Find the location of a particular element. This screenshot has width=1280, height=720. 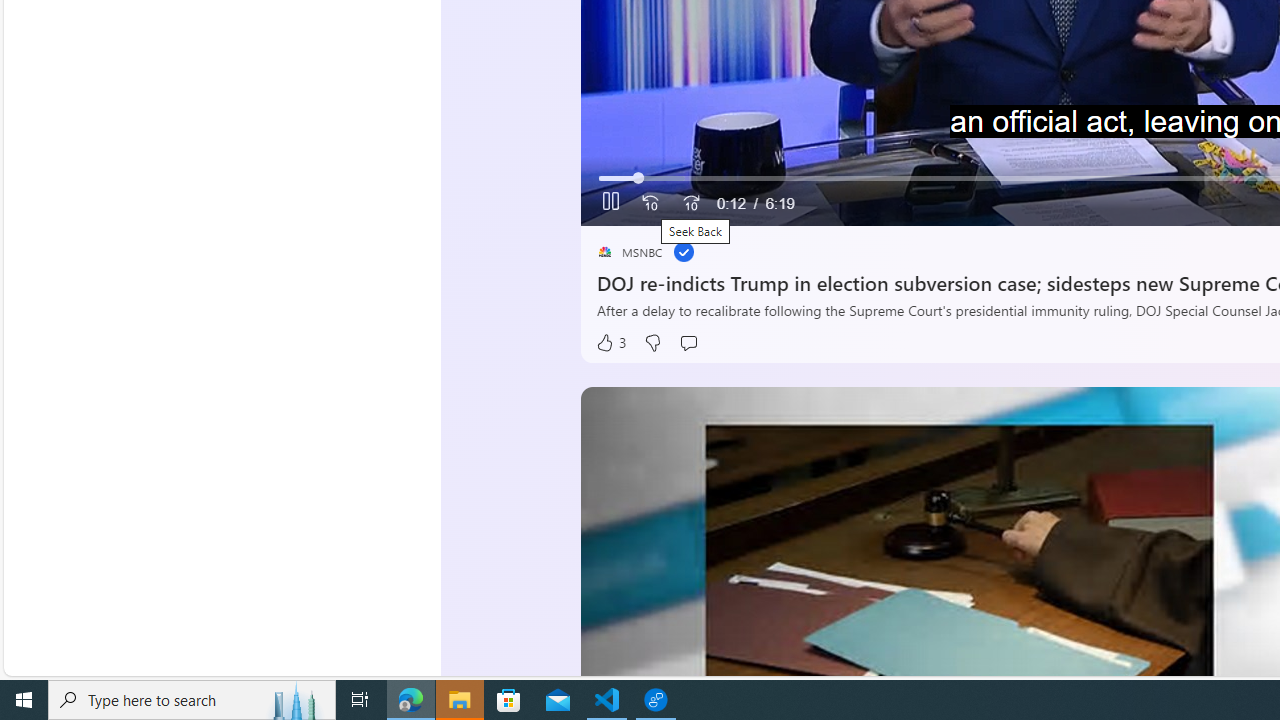

'Dislike' is located at coordinates (652, 342).